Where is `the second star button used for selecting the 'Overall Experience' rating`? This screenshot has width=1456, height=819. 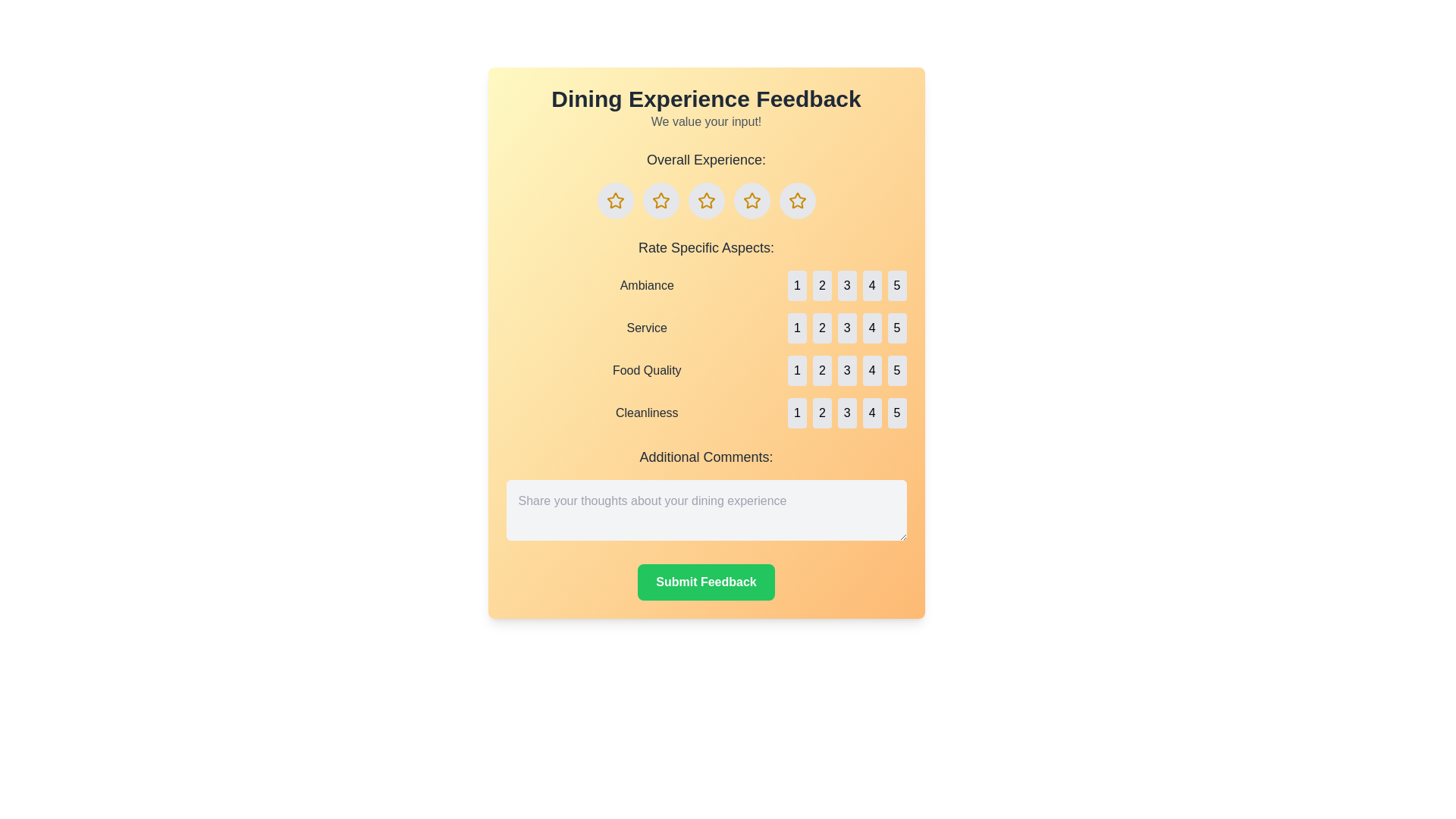
the second star button used for selecting the 'Overall Experience' rating is located at coordinates (661, 200).